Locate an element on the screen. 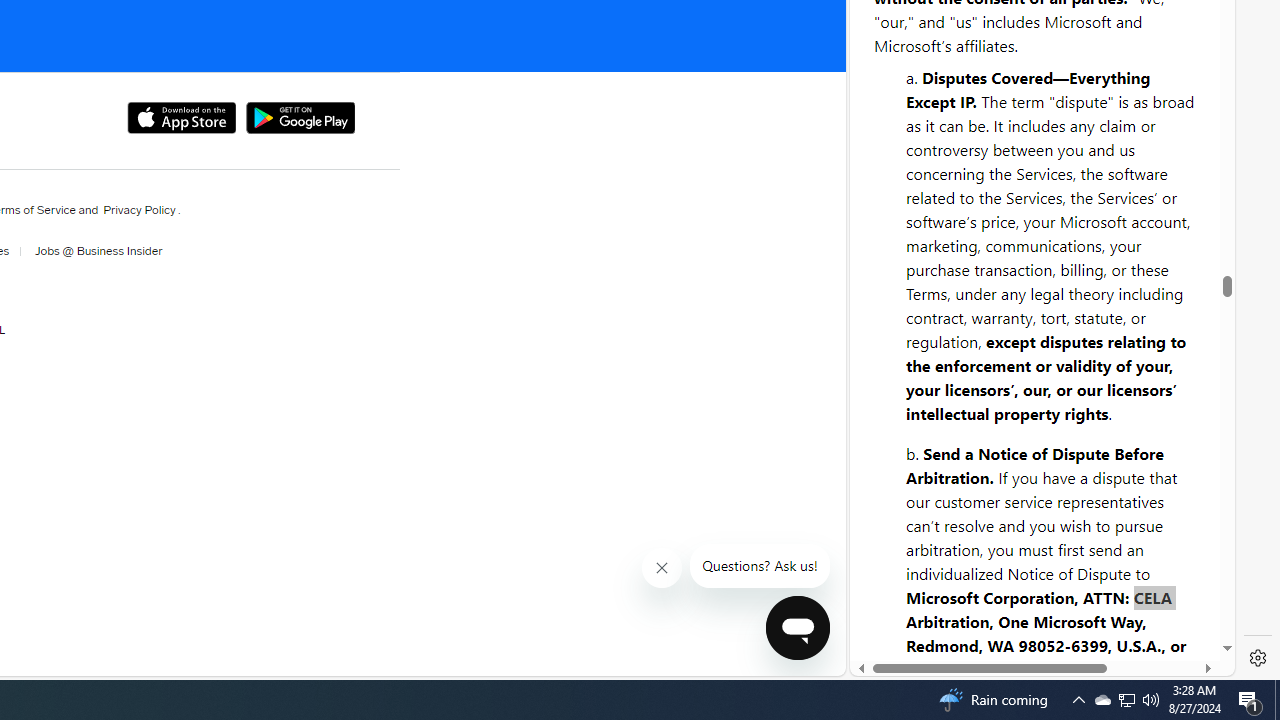  'Jobs @ Business Insider' is located at coordinates (91, 250).